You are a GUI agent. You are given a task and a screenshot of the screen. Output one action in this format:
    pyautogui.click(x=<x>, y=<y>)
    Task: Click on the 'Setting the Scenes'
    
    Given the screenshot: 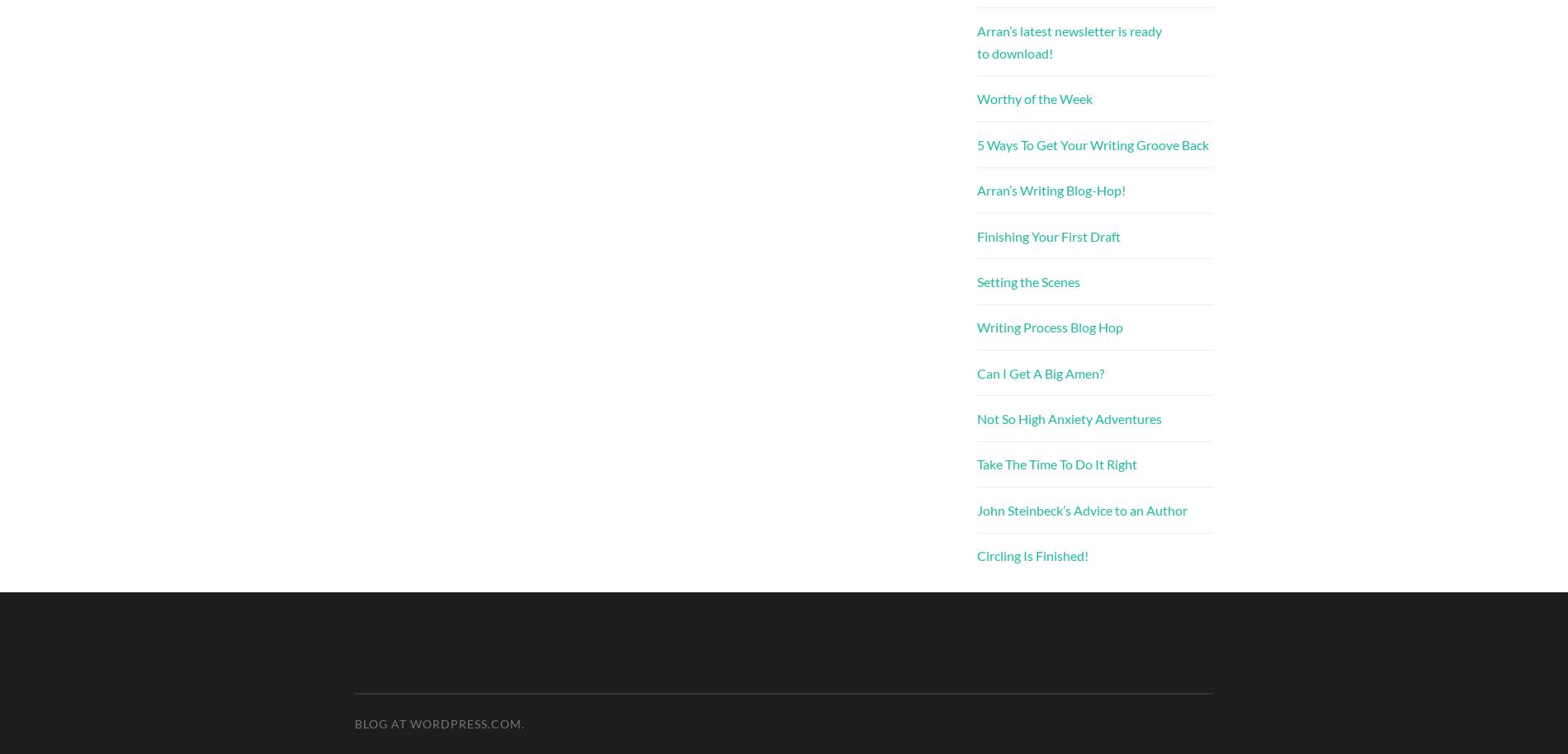 What is the action you would take?
    pyautogui.click(x=1027, y=280)
    